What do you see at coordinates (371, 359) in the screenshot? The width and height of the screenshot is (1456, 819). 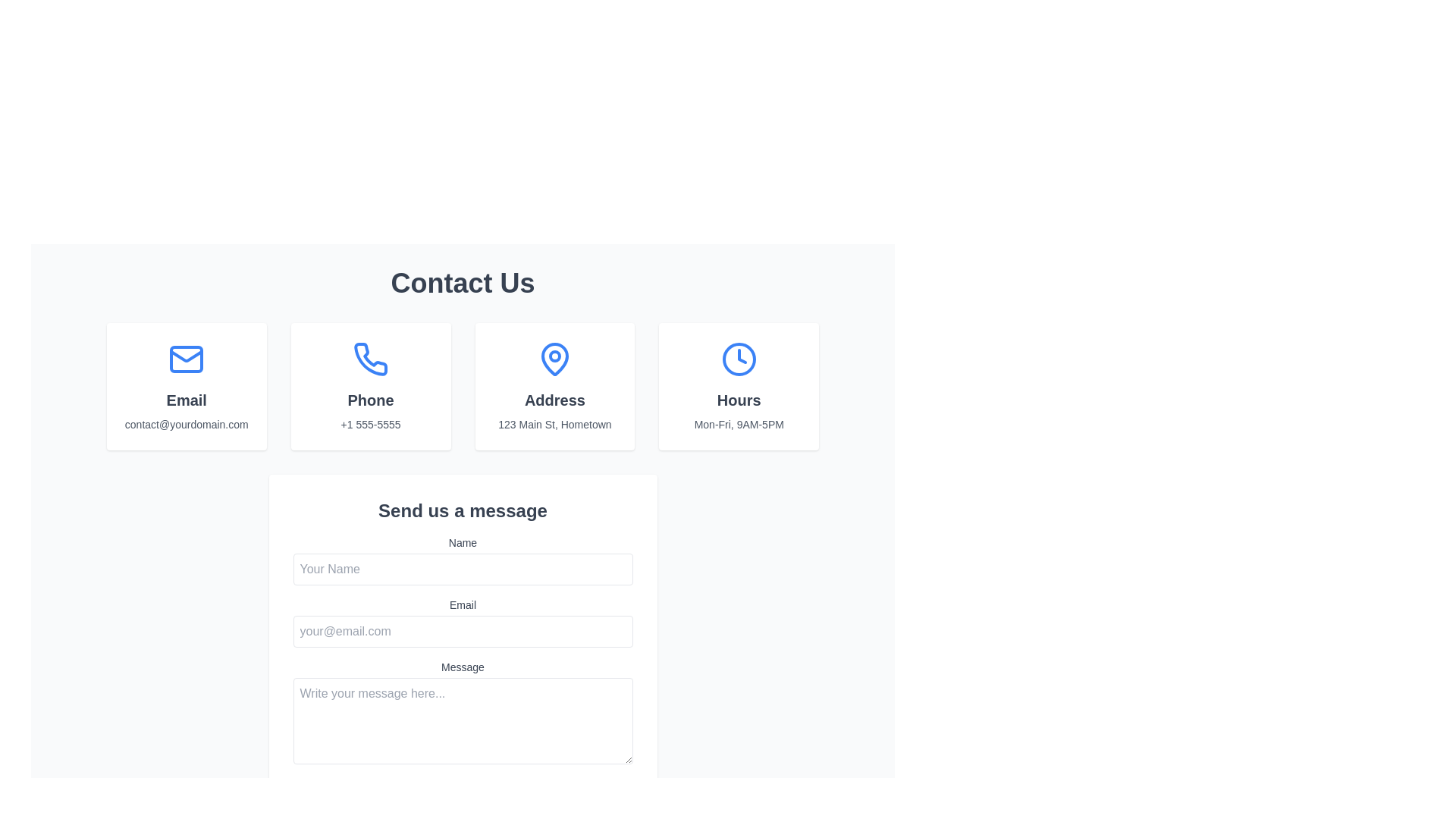 I see `the blue phone icon with a handset shape, which is located above the text 'Phone' and to the right of the 'Email' section` at bounding box center [371, 359].